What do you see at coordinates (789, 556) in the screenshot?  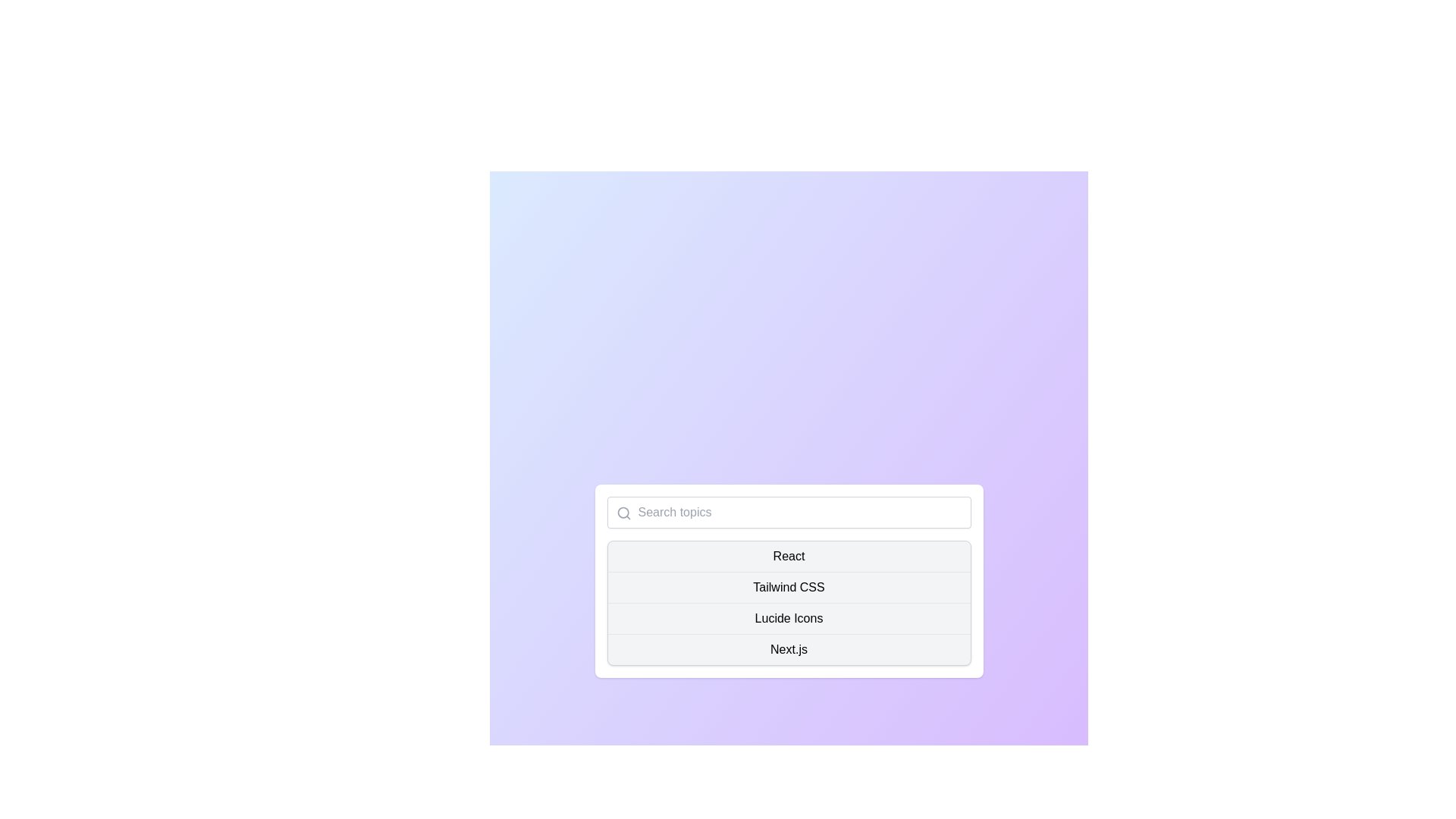 I see `the first selectable option in the dropdown menu labeled 'React'` at bounding box center [789, 556].